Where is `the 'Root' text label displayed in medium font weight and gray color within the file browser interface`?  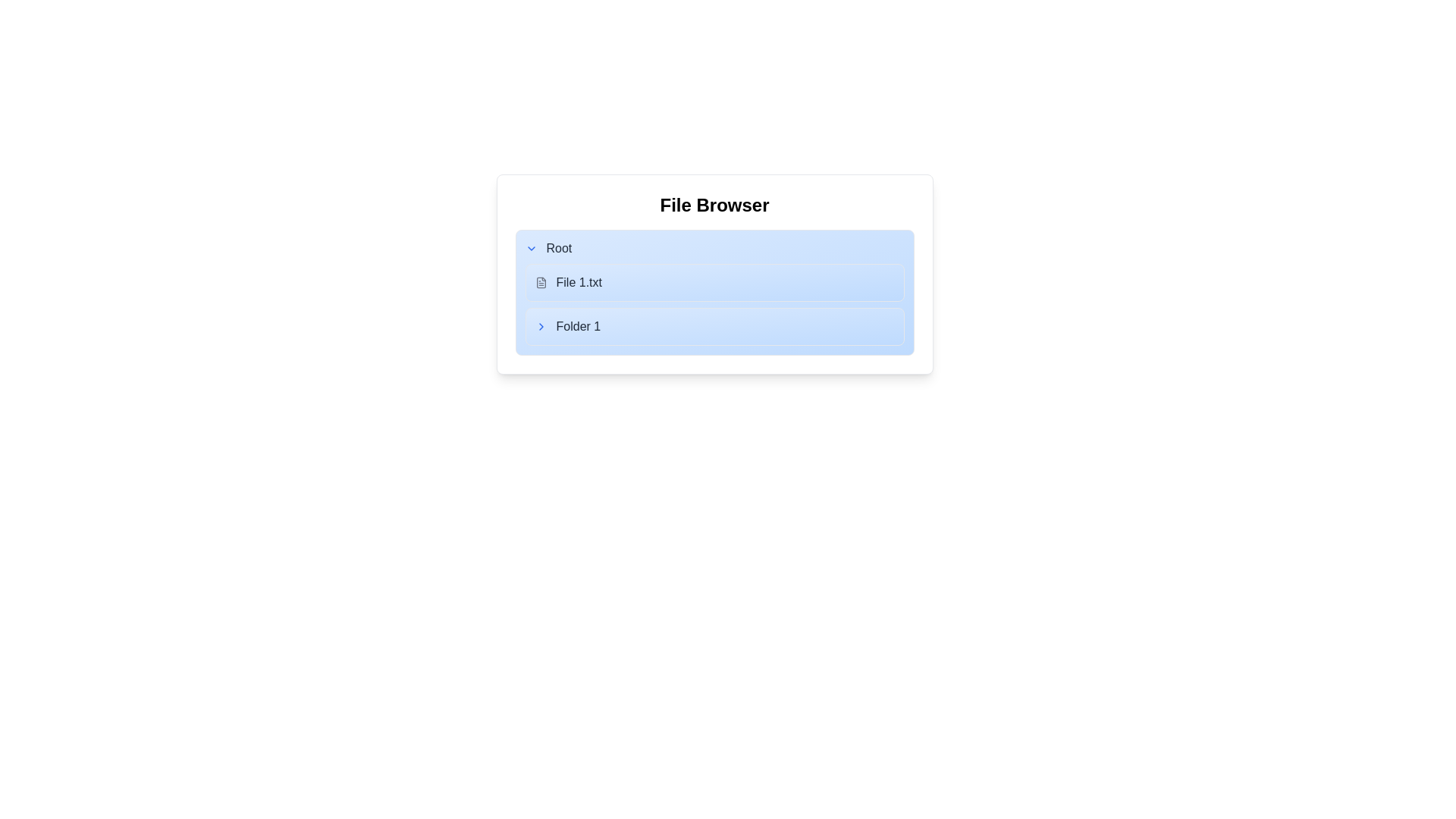 the 'Root' text label displayed in medium font weight and gray color within the file browser interface is located at coordinates (558, 247).